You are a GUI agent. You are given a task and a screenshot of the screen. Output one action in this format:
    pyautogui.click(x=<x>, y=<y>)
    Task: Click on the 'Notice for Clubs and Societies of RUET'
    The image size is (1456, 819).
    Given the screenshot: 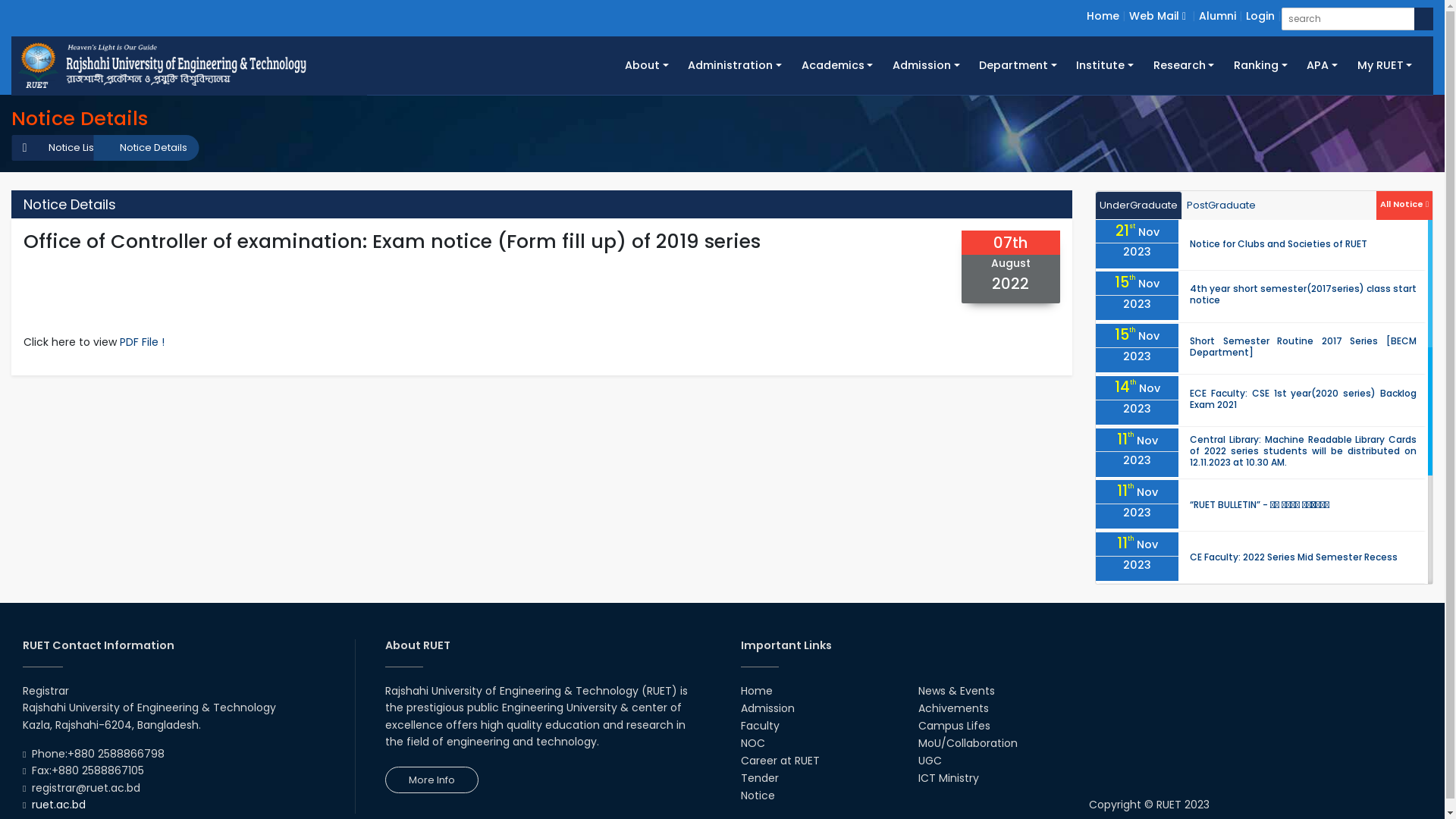 What is the action you would take?
    pyautogui.click(x=1277, y=243)
    